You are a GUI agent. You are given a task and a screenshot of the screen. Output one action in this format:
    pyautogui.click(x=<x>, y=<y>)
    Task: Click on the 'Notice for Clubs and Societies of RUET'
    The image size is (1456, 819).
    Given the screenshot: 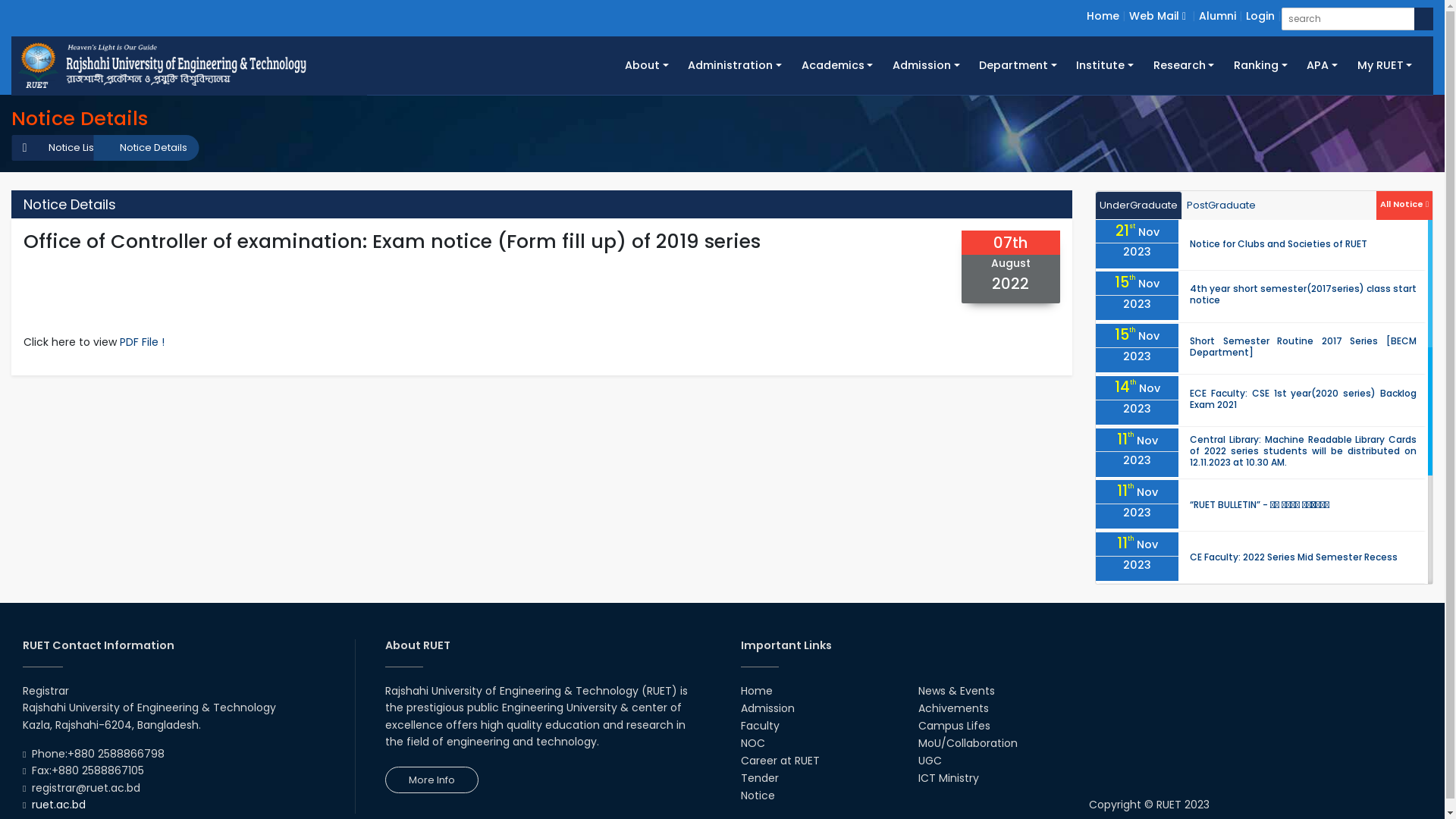 What is the action you would take?
    pyautogui.click(x=1277, y=243)
    